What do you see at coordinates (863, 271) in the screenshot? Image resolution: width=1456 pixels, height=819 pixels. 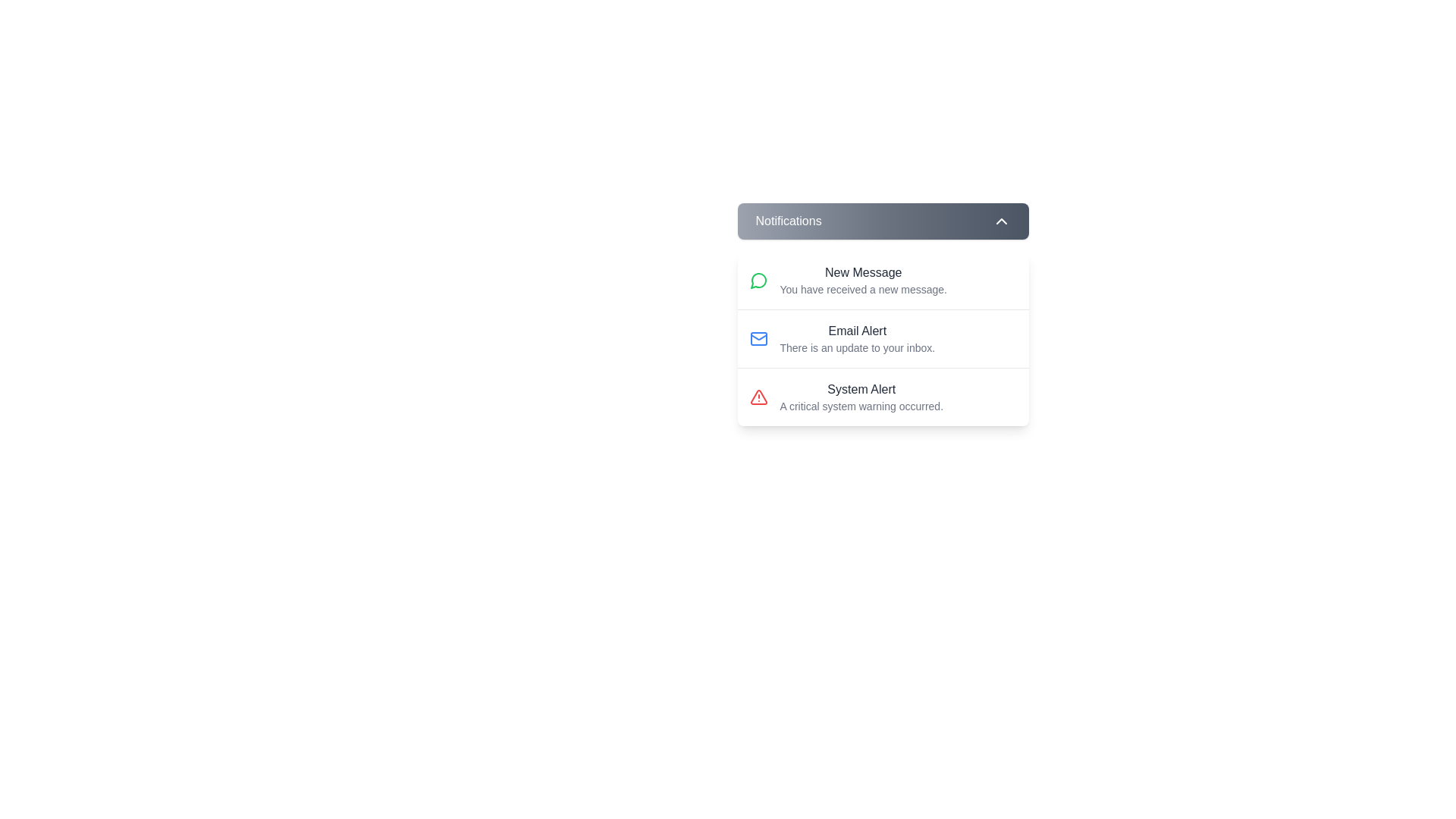 I see `the text label that signifies the title of a new notification alert, located at the top of the first notification item in the notifications dropdown` at bounding box center [863, 271].